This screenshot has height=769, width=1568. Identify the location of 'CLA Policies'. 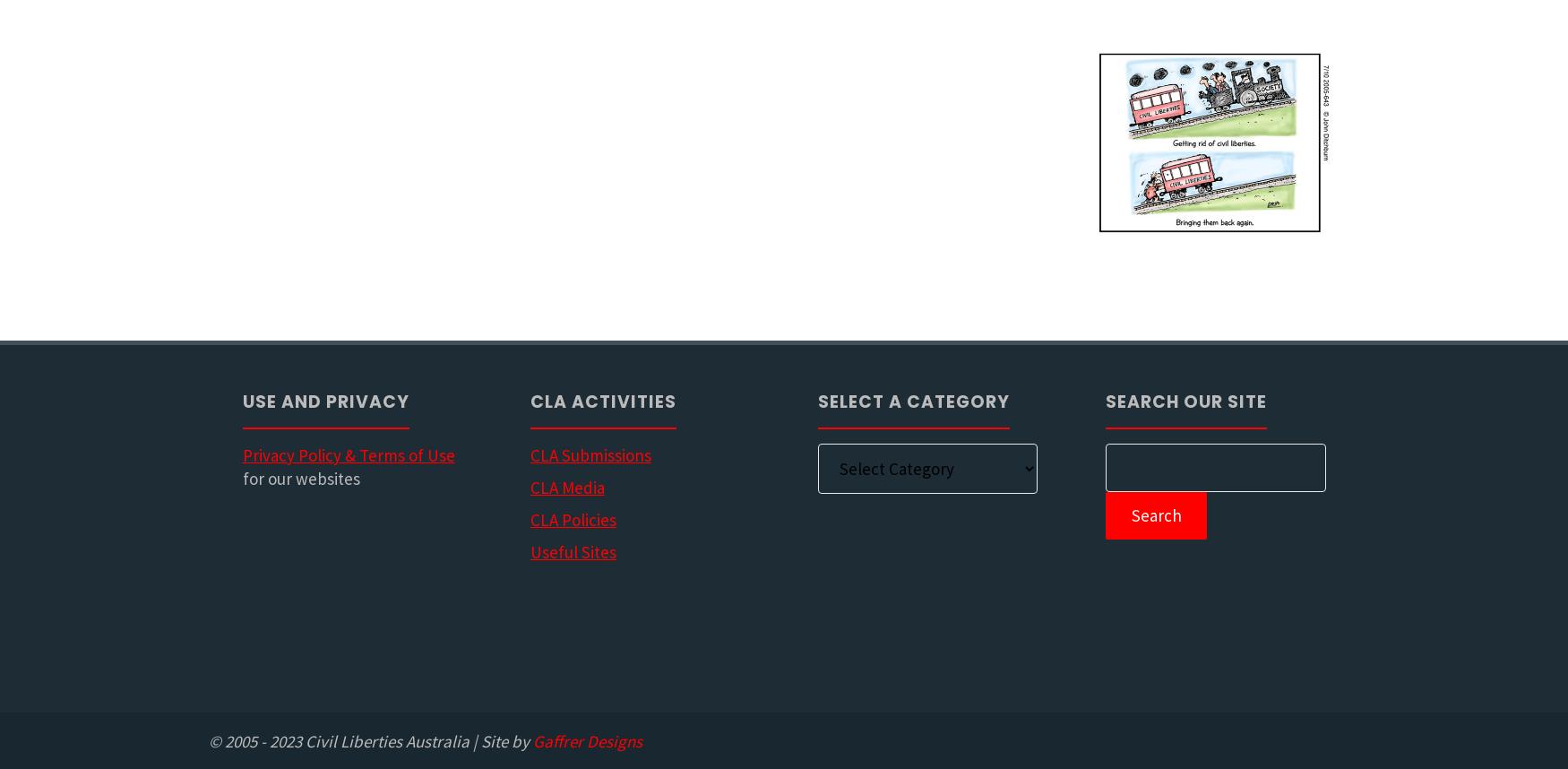
(571, 517).